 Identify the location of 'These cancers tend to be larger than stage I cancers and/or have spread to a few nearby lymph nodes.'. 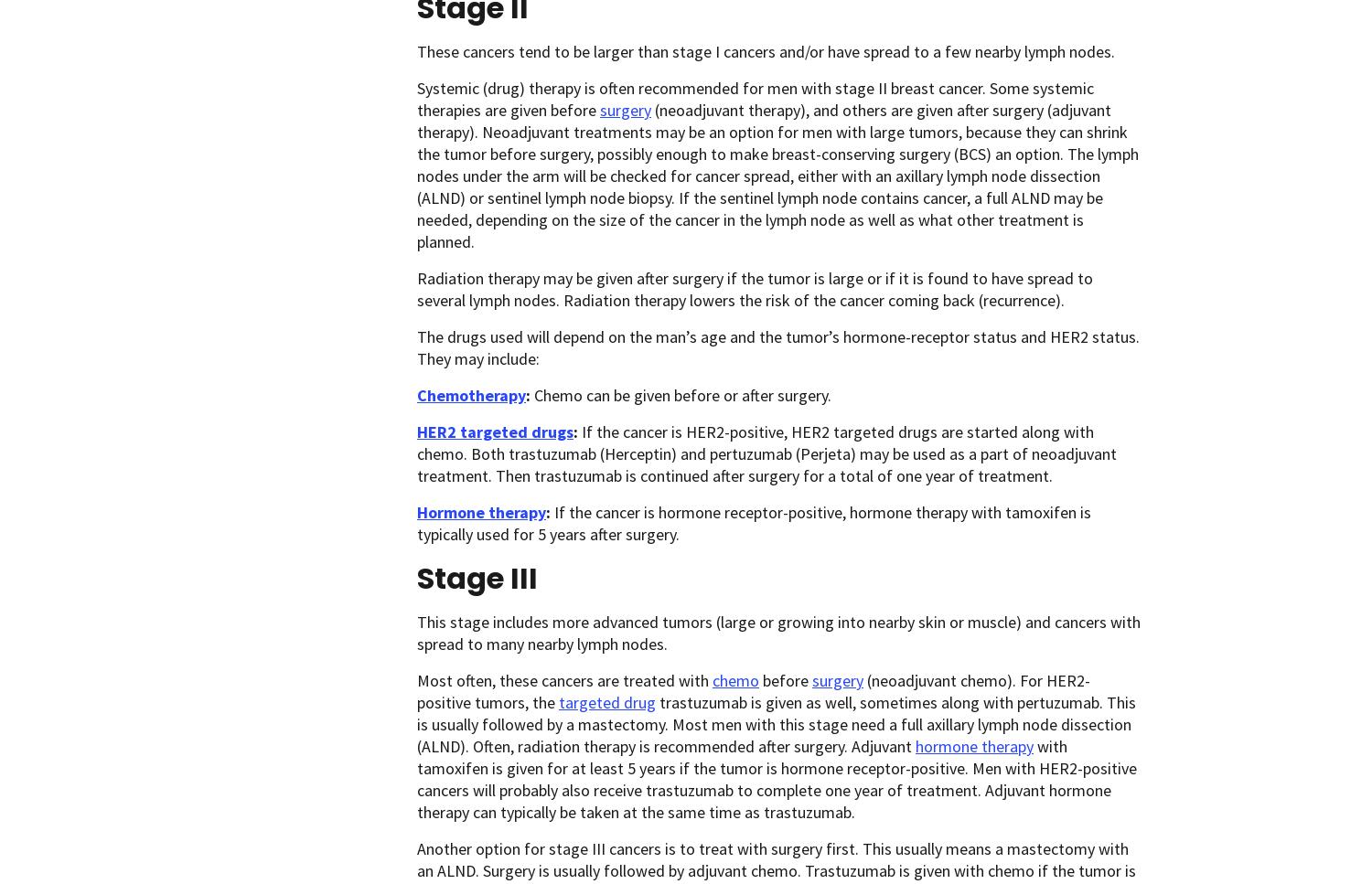
(765, 50).